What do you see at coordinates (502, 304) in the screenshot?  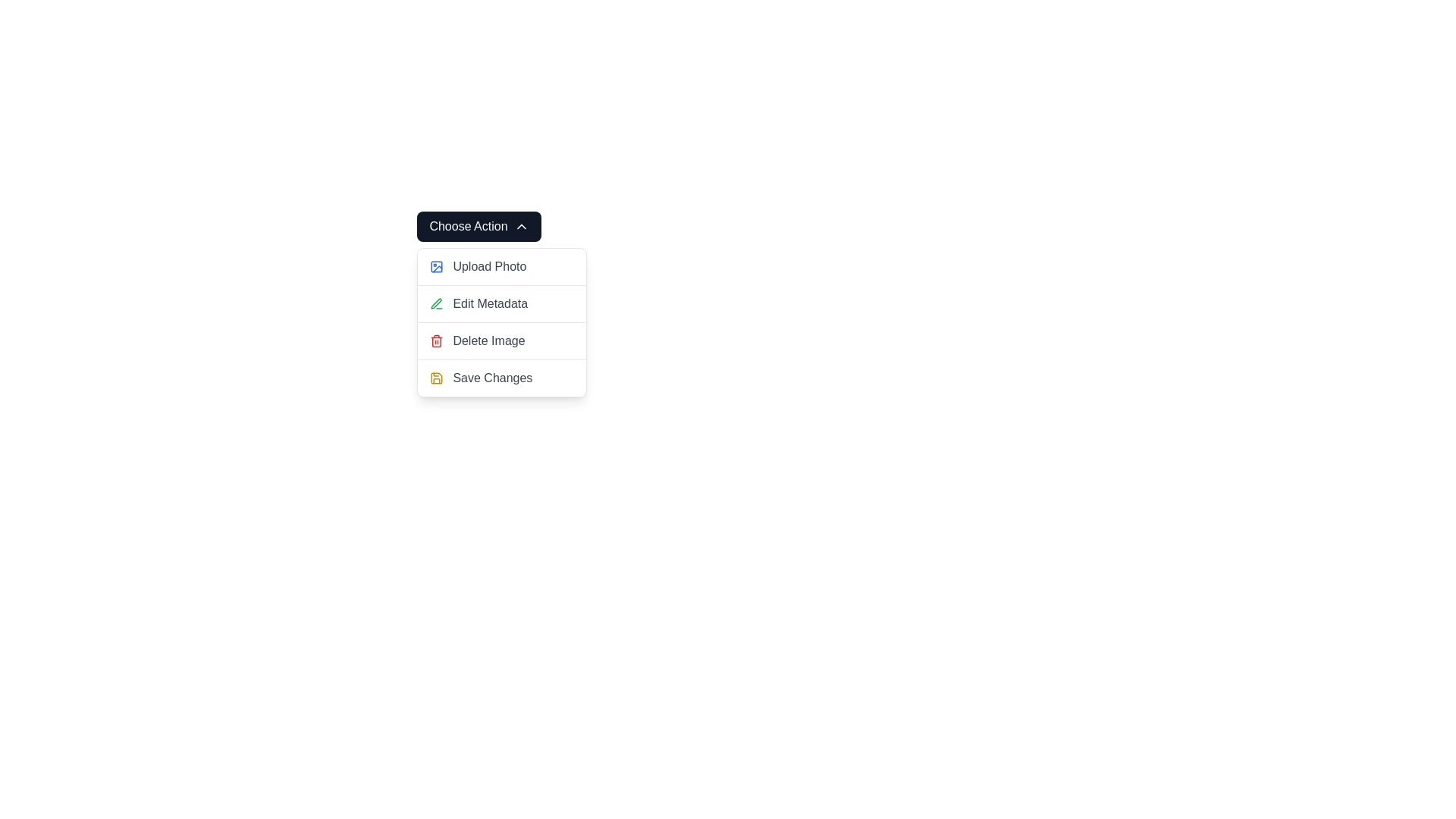 I see `the 'Edit Metadata' button with a pen icon` at bounding box center [502, 304].